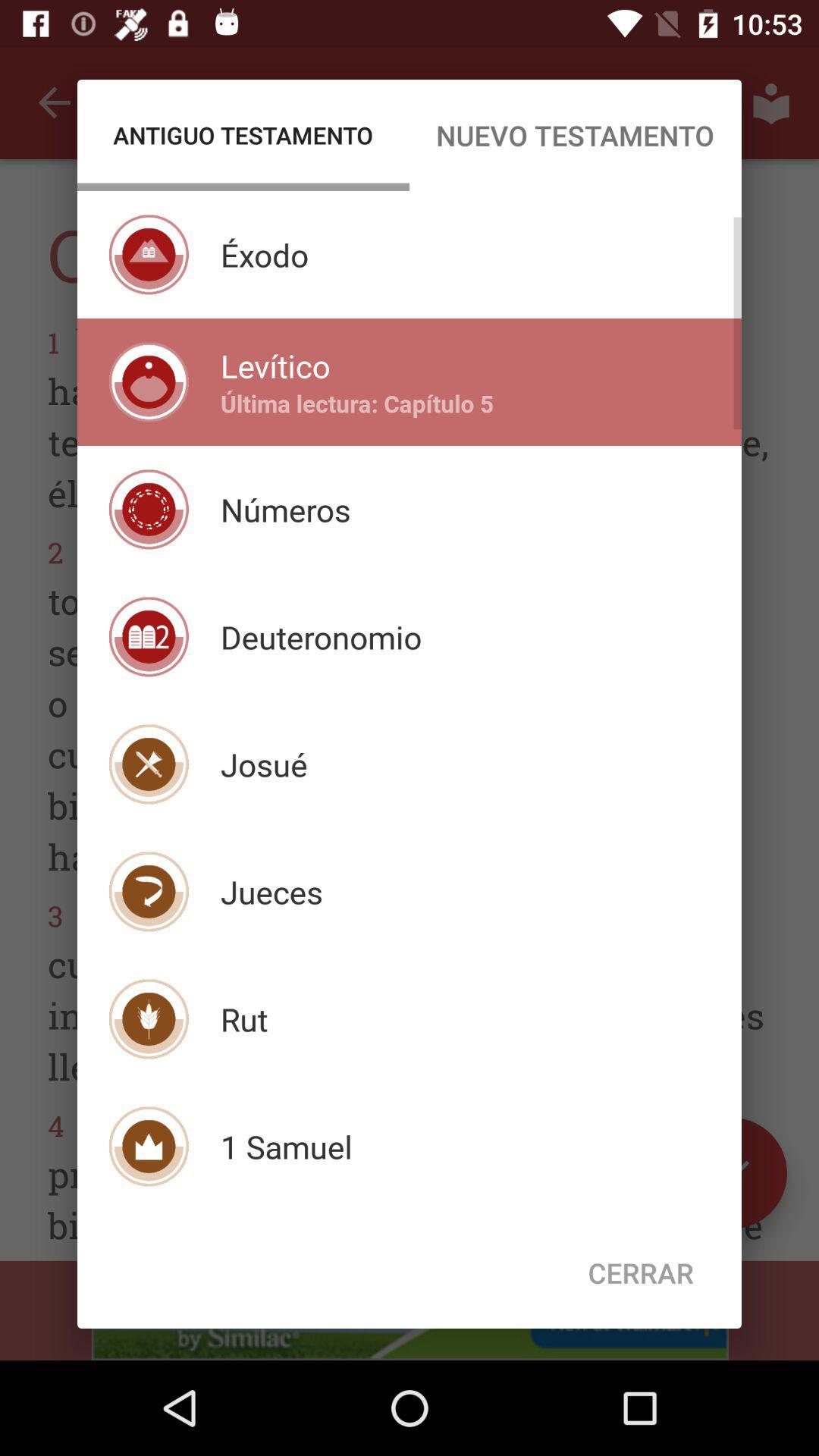  What do you see at coordinates (243, 1019) in the screenshot?
I see `rut item` at bounding box center [243, 1019].